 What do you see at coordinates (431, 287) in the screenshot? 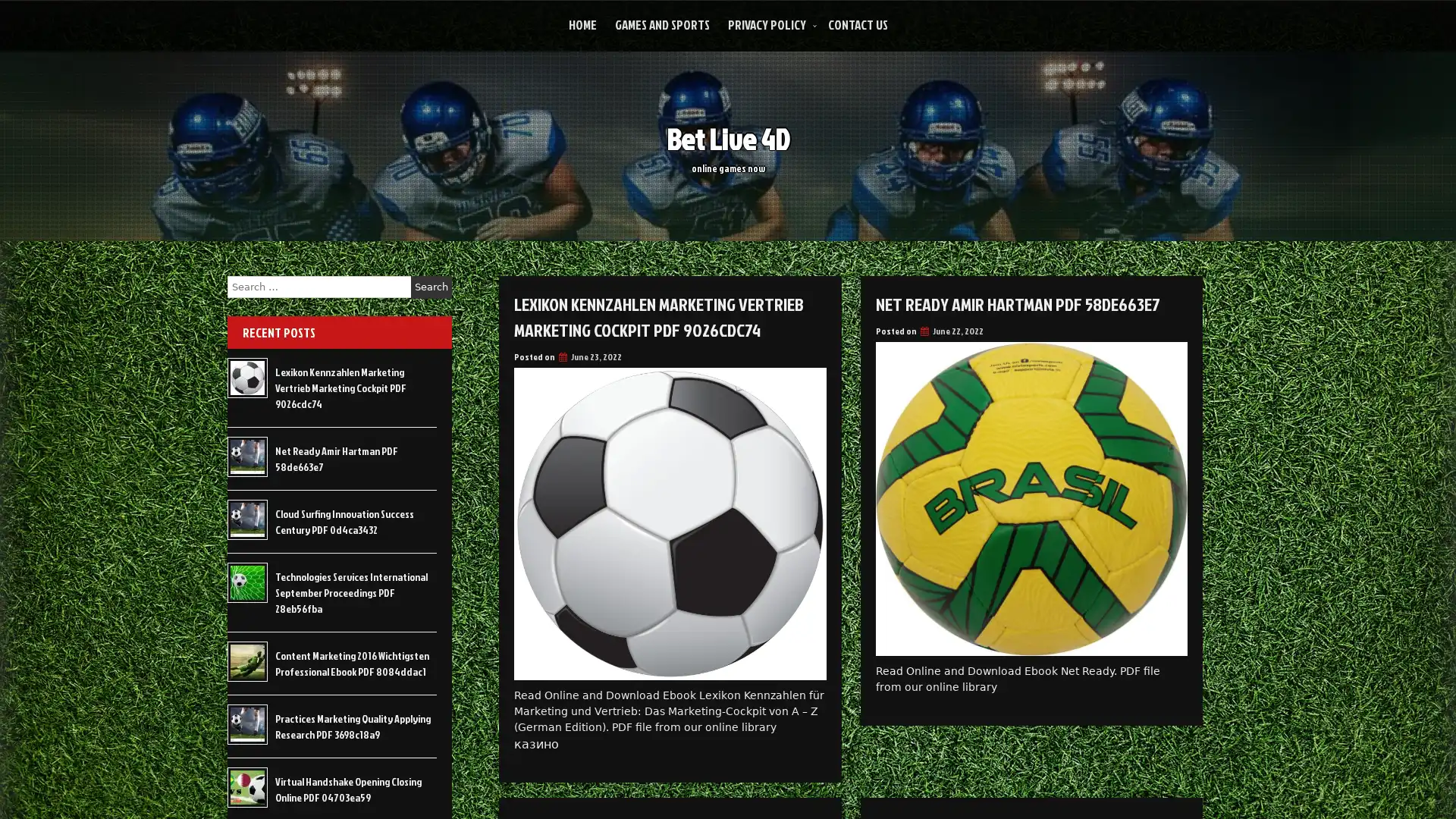
I see `Search` at bounding box center [431, 287].